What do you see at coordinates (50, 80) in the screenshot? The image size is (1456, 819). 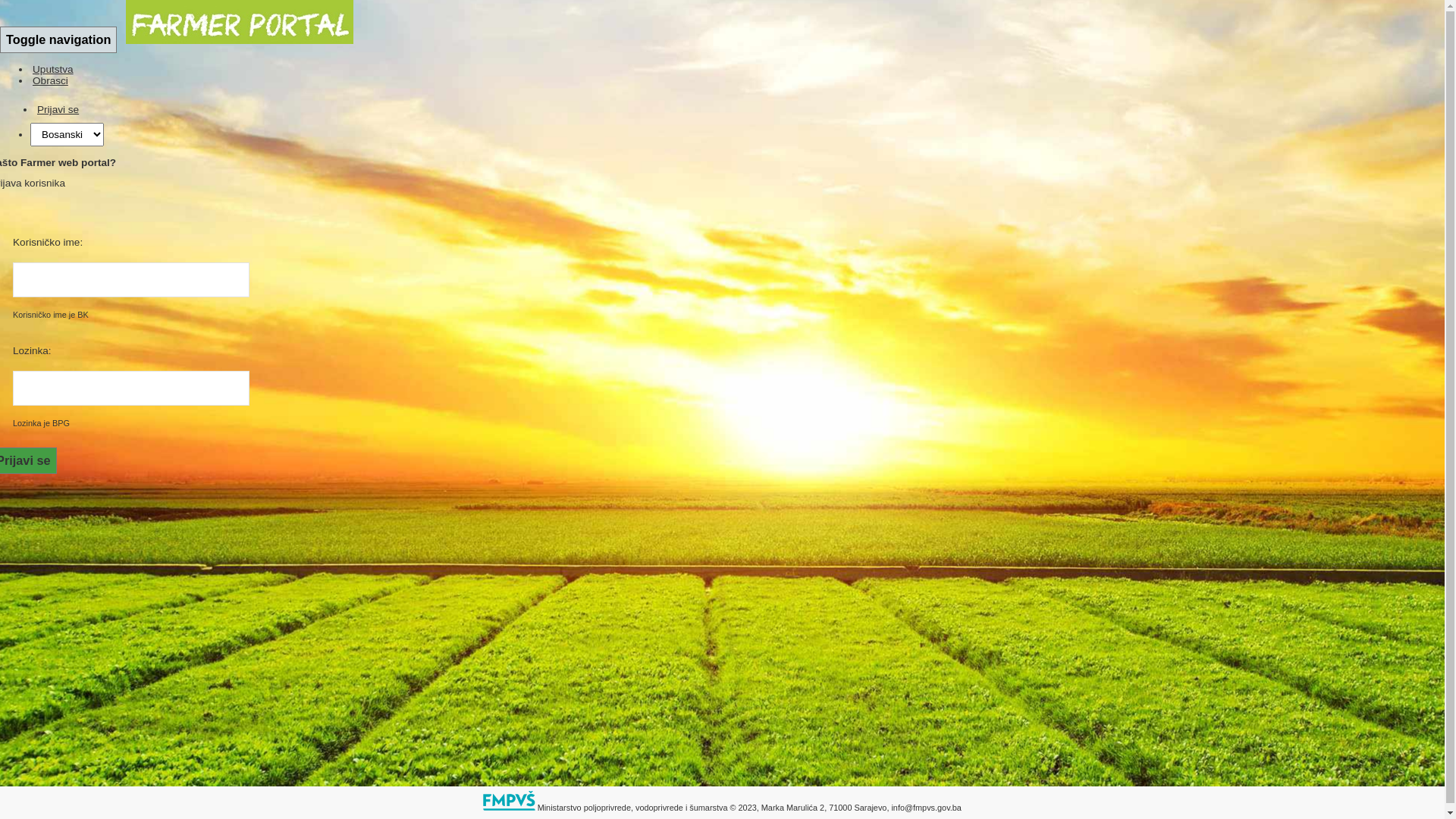 I see `'Obrasci'` at bounding box center [50, 80].